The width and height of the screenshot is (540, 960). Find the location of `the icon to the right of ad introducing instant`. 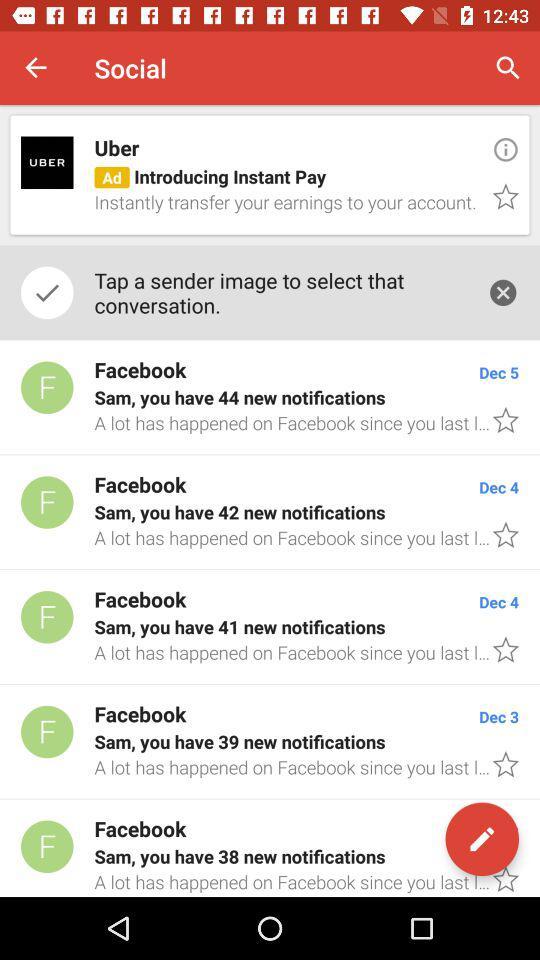

the icon to the right of ad introducing instant is located at coordinates (504, 148).